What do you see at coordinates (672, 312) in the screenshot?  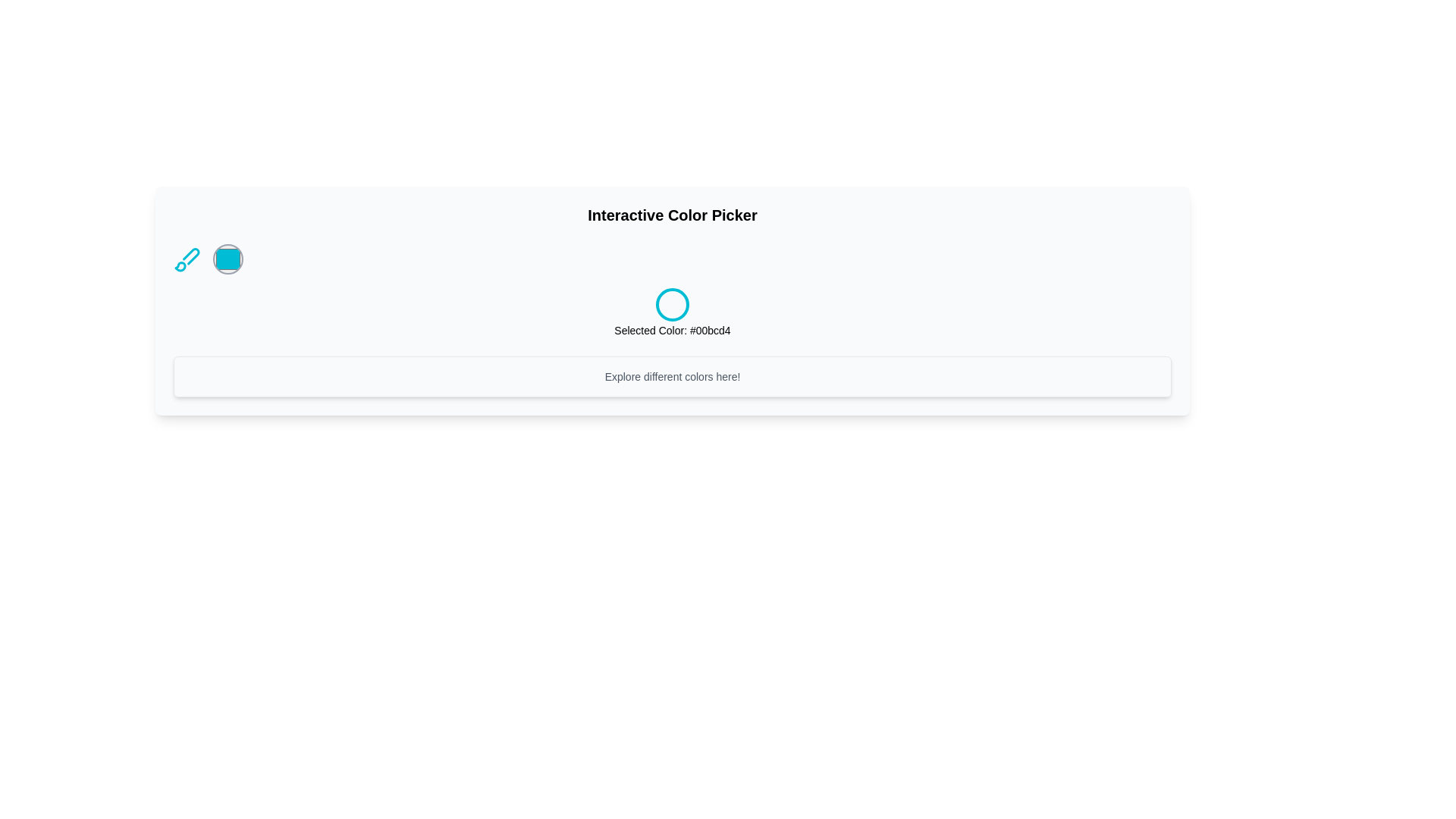 I see `text caption 'Selected Color: #00bcd4' from the informational display element that consists of a colored circle with a light blue border and a dot in its center, located centrally below the toolbar area` at bounding box center [672, 312].